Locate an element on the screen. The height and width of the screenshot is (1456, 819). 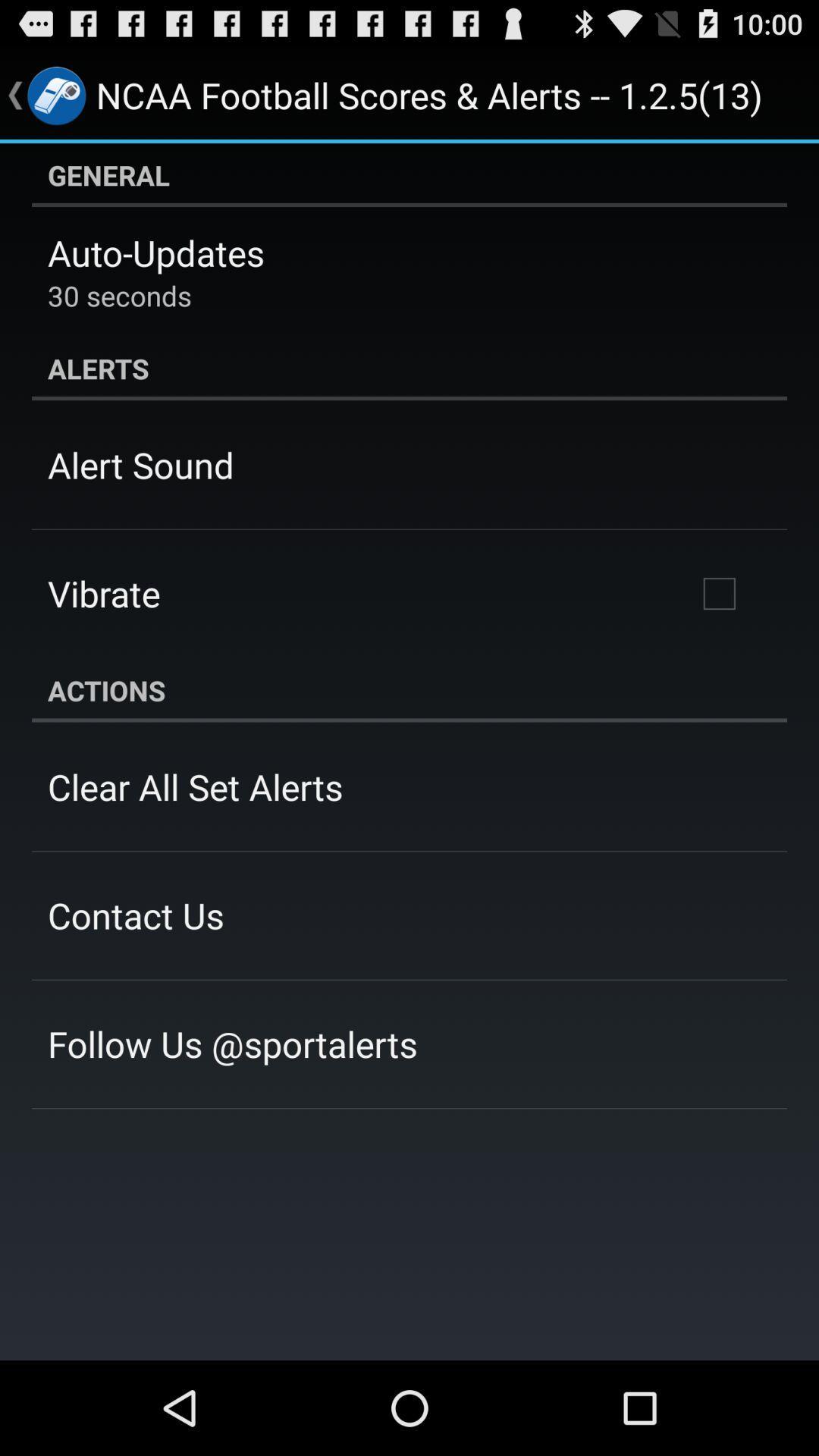
app above contact us app is located at coordinates (194, 786).